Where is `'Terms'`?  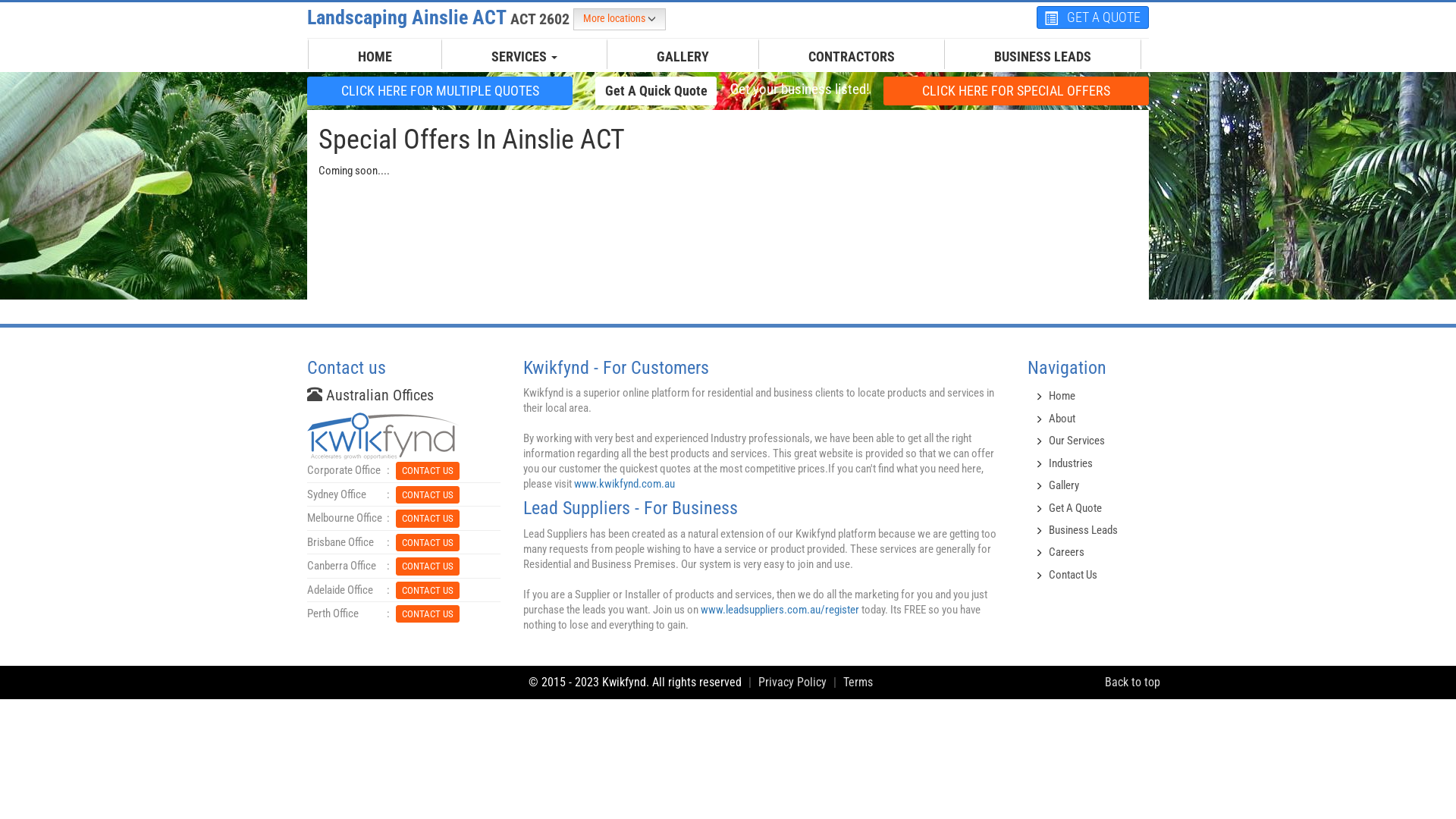
'Terms' is located at coordinates (843, 681).